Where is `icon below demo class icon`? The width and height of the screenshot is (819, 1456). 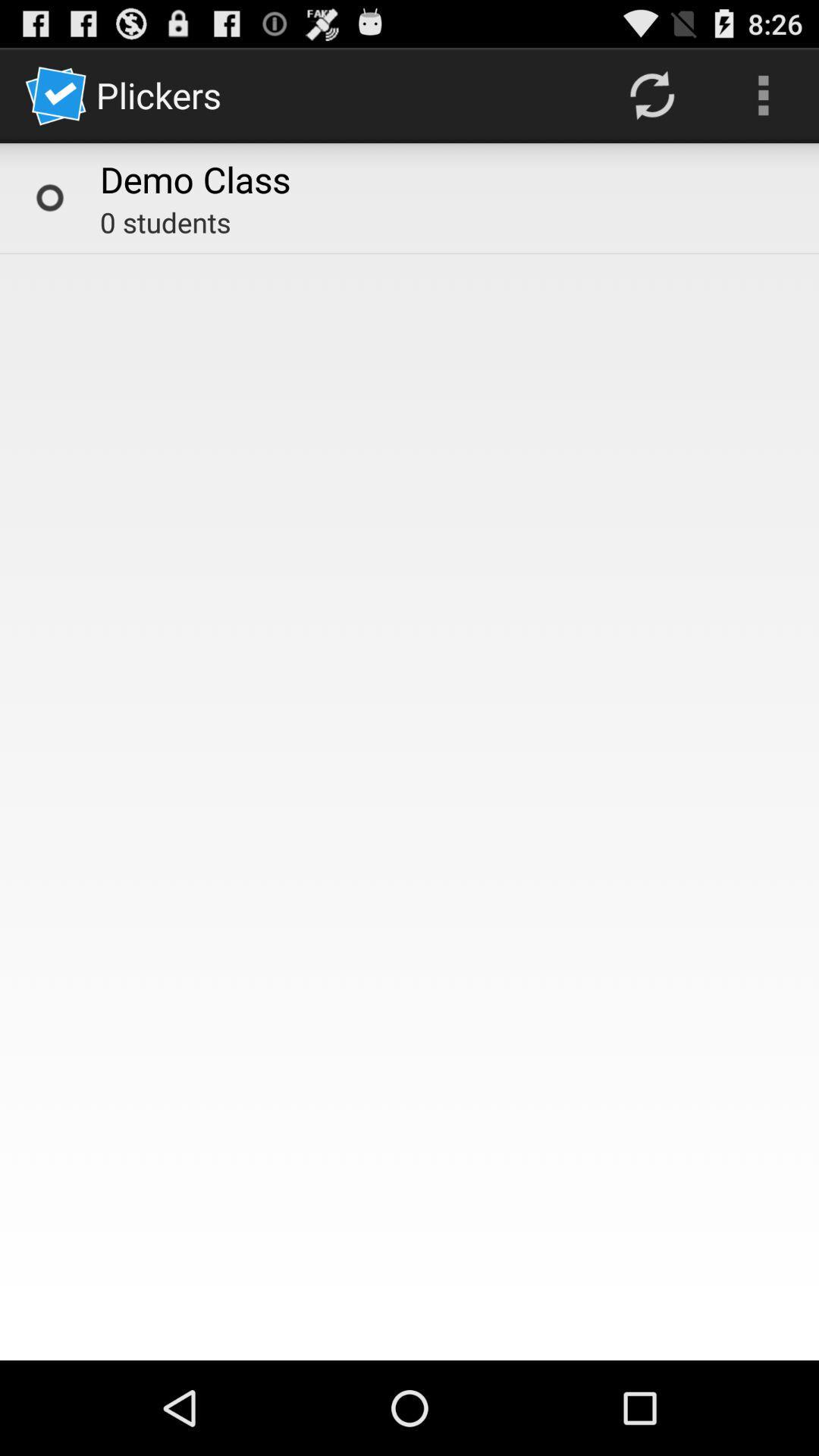 icon below demo class icon is located at coordinates (165, 221).